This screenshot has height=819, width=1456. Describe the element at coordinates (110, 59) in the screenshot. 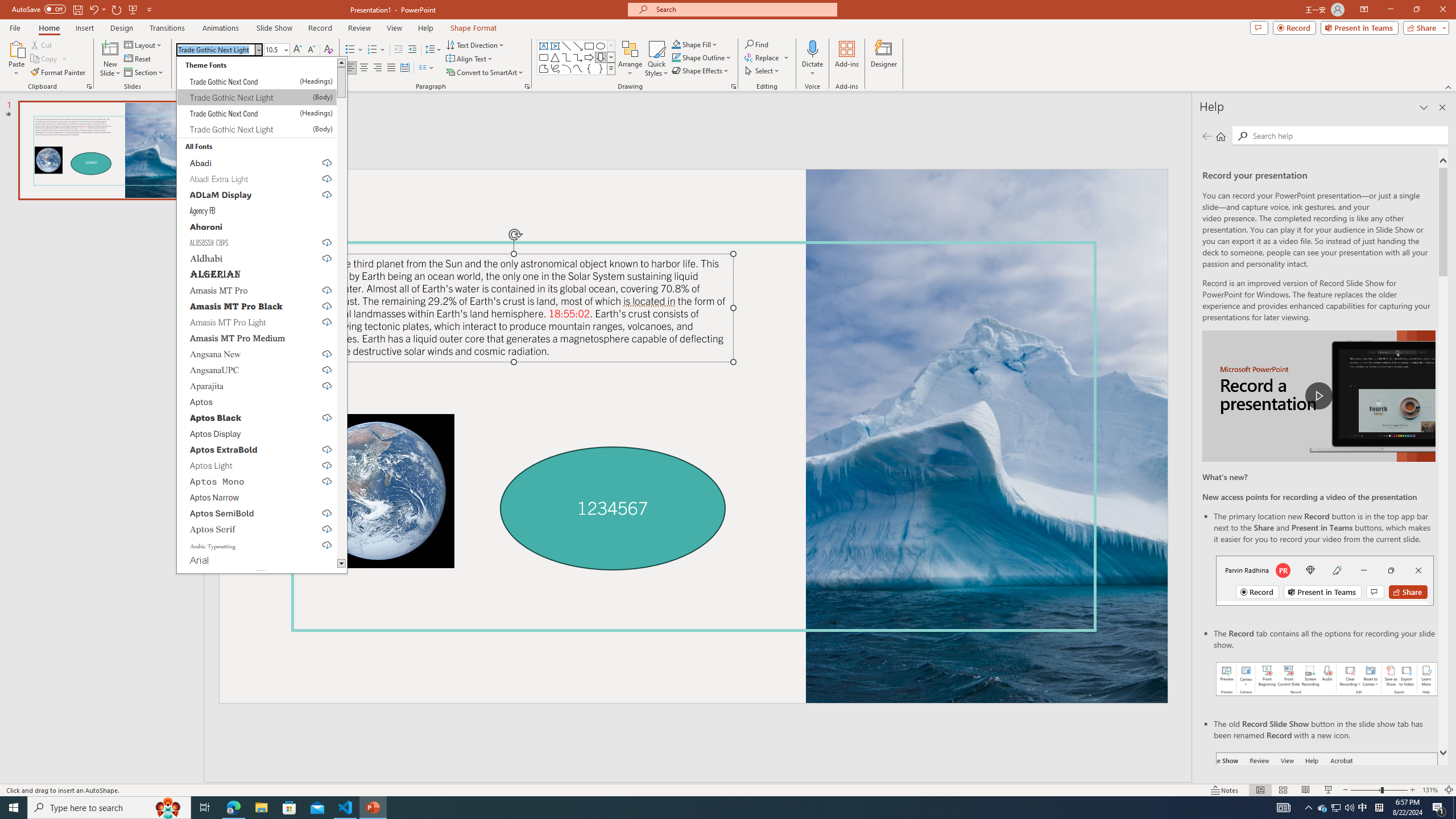

I see `'New Slide'` at that location.